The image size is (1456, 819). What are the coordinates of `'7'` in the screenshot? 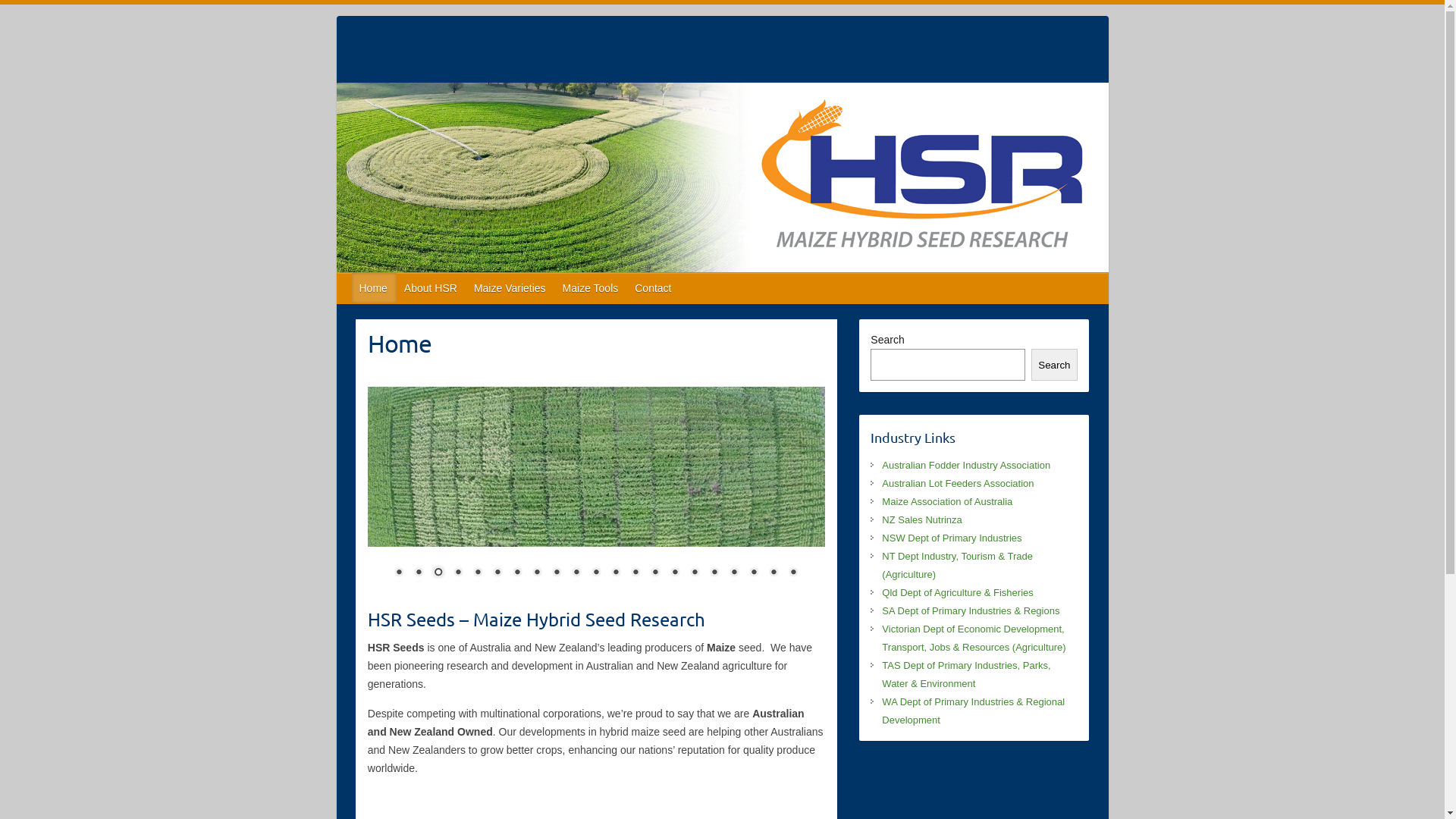 It's located at (516, 573).